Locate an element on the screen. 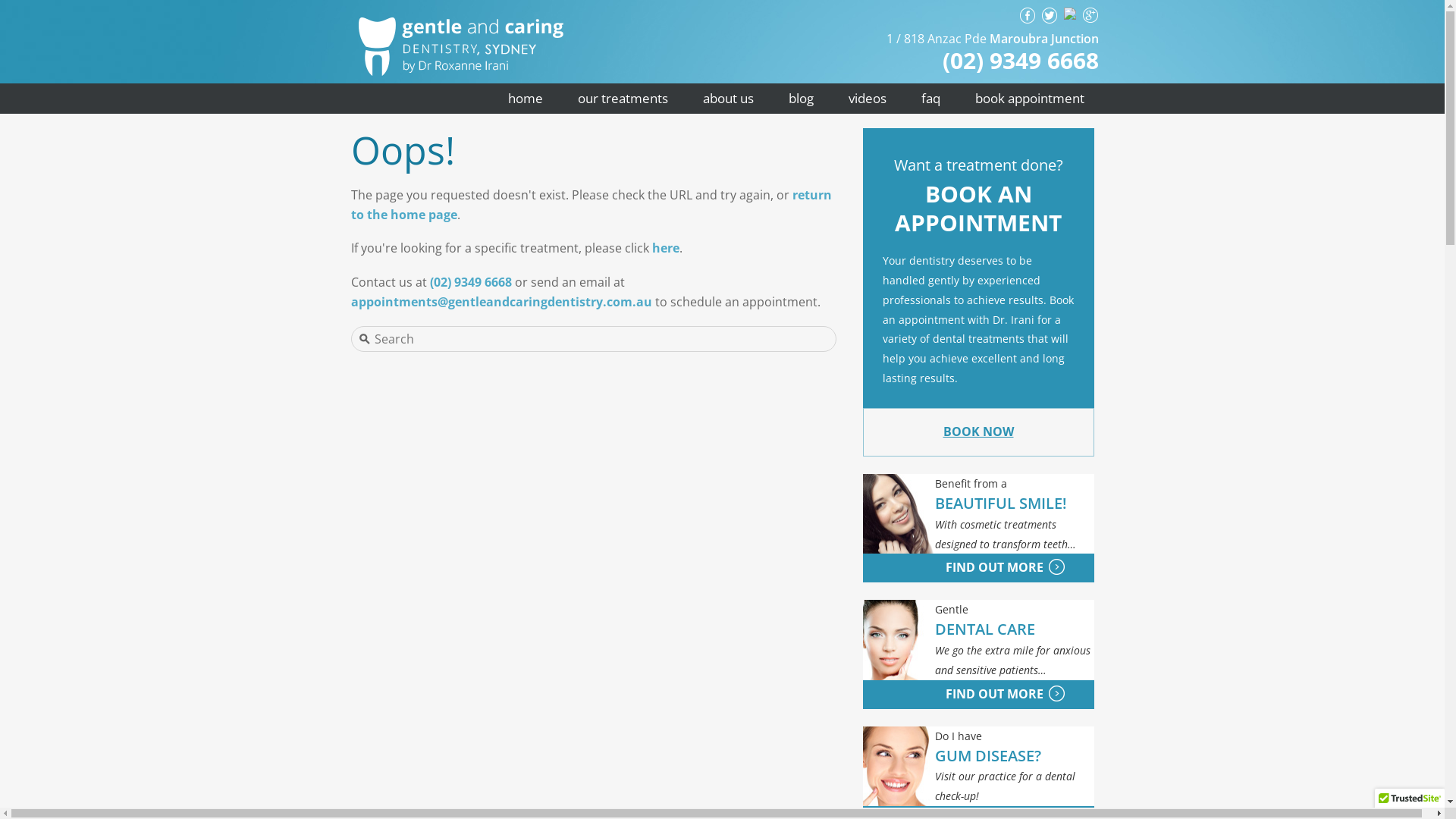 The height and width of the screenshot is (819, 1456). 'TrustedSite Certified' is located at coordinates (1408, 802).